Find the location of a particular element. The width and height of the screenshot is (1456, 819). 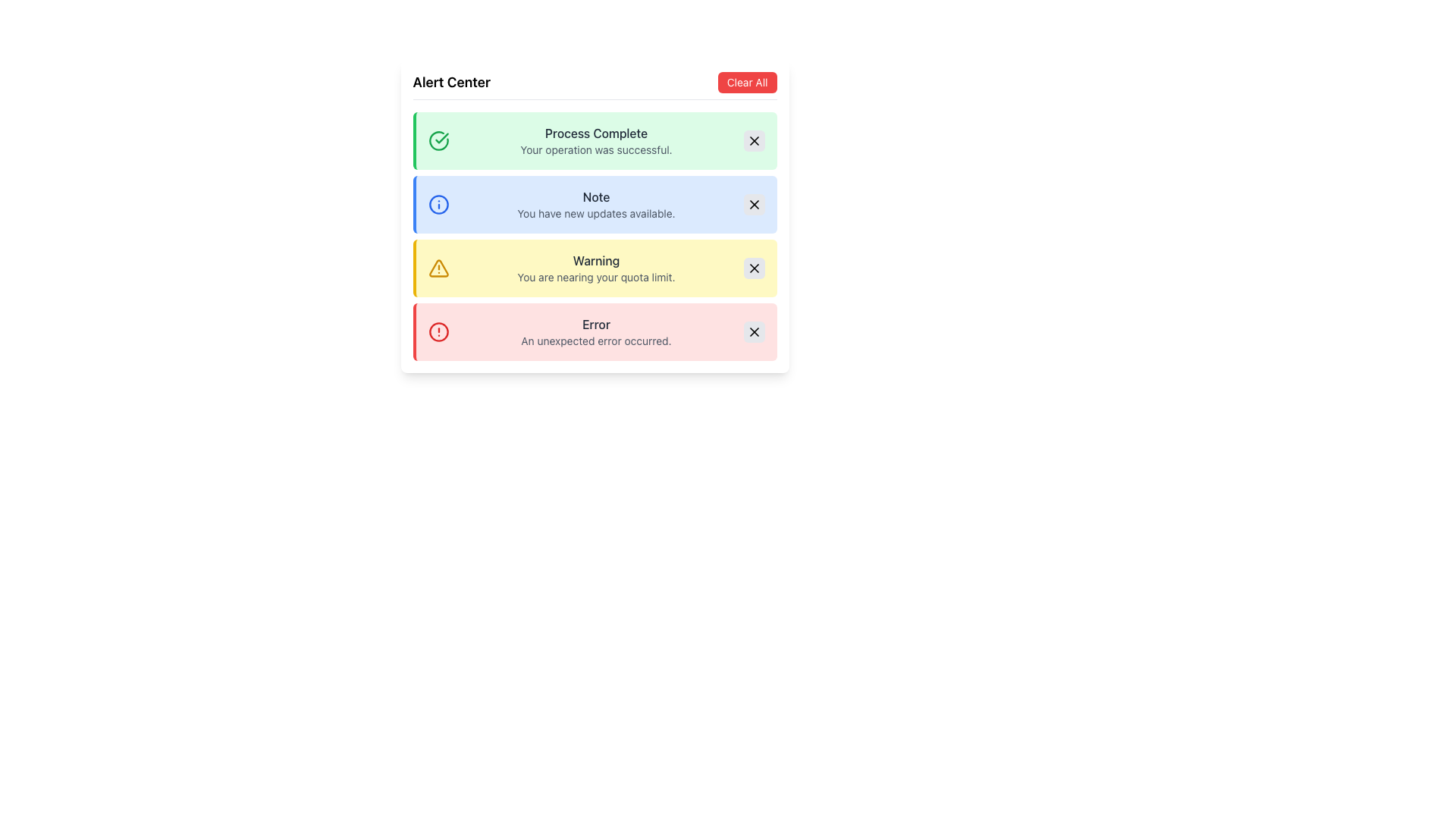

blue circular information icon located to the left of the 'Note' text in the second alert entry to understand its alert type is located at coordinates (438, 205).